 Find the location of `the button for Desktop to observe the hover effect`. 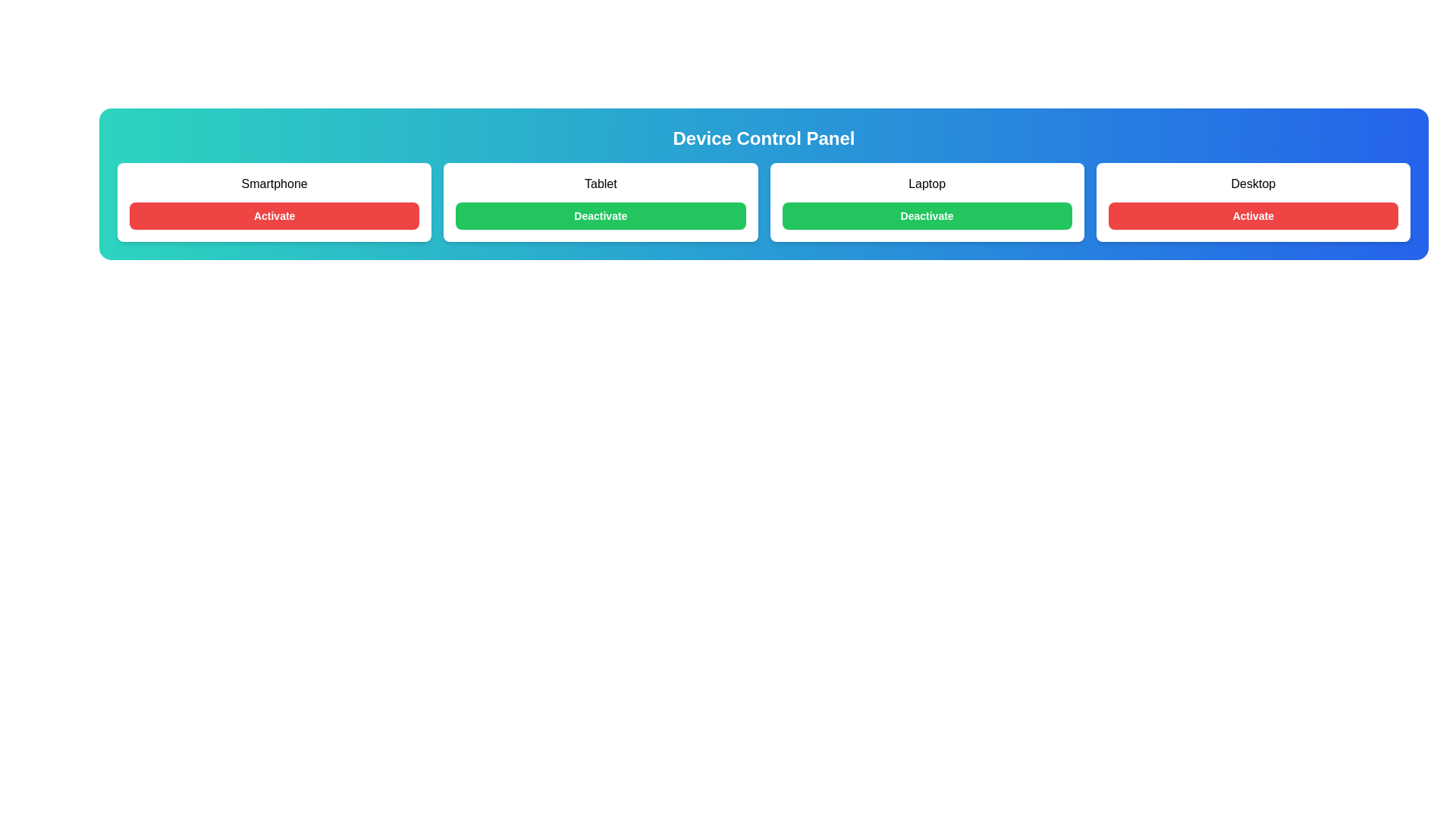

the button for Desktop to observe the hover effect is located at coordinates (1252, 216).